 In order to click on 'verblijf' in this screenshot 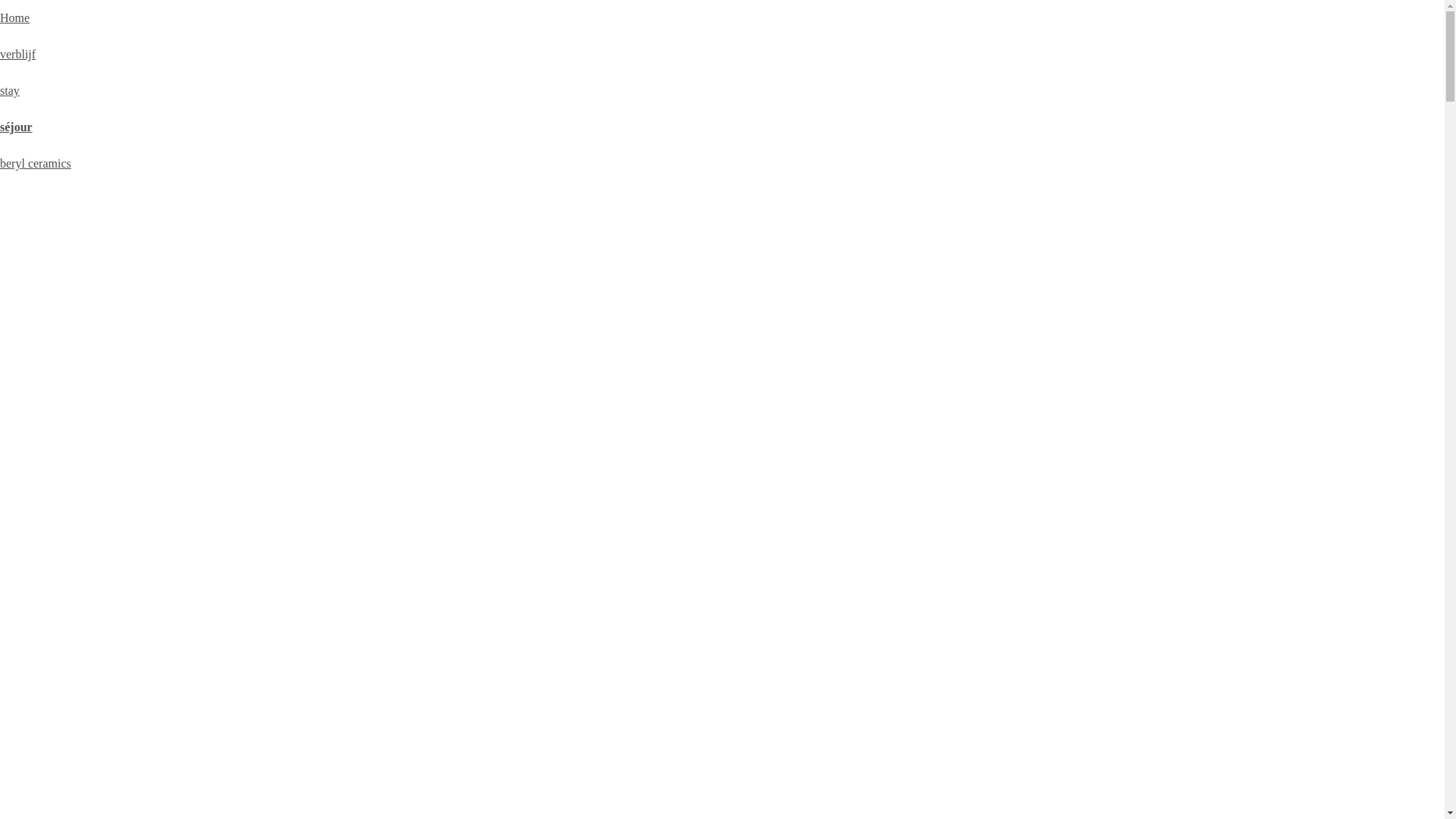, I will do `click(17, 53)`.